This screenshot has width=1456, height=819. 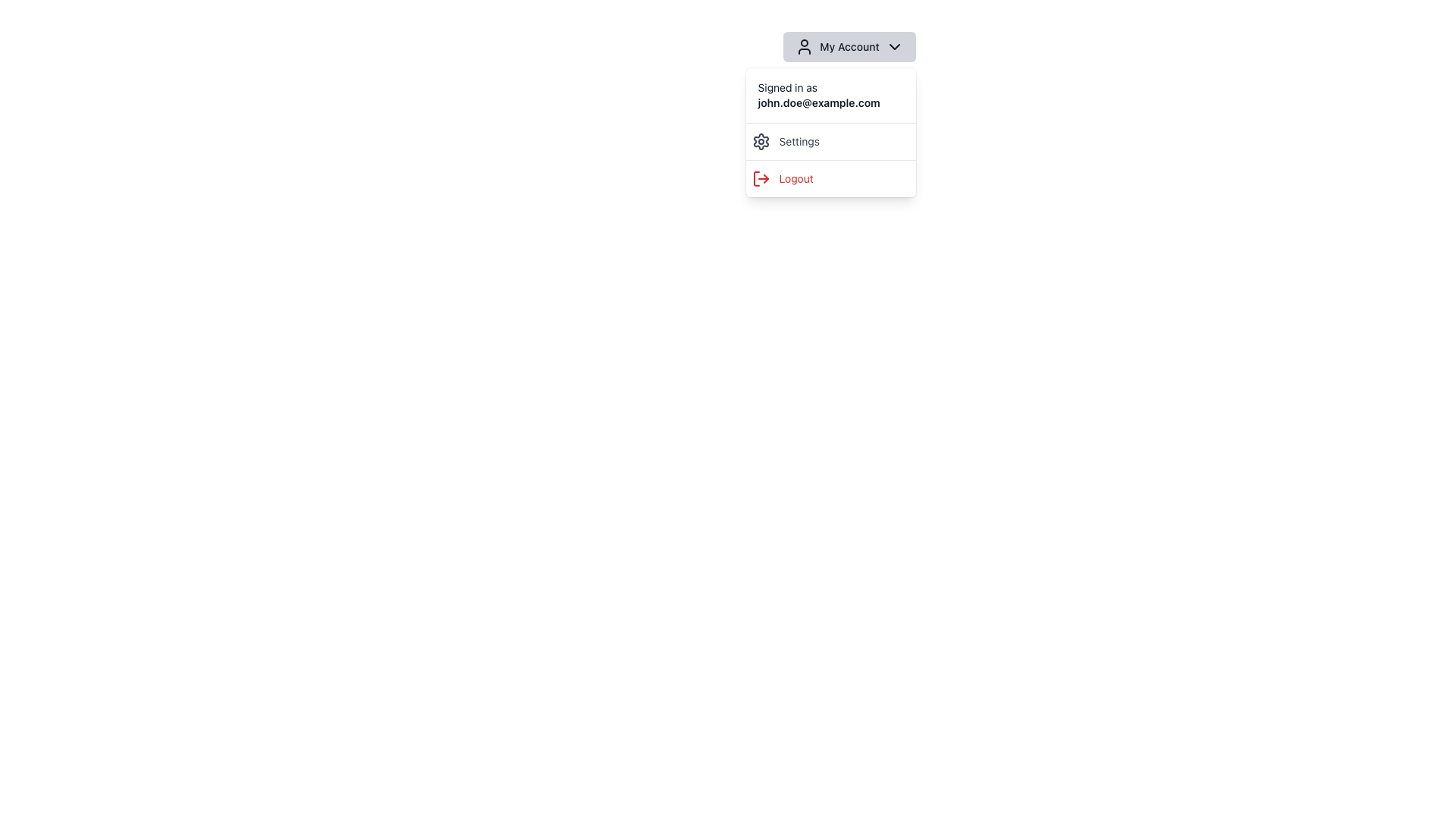 What do you see at coordinates (804, 45) in the screenshot?
I see `the user account icon located to the left of the 'My Account' button, which indicates account-related functionalities` at bounding box center [804, 45].